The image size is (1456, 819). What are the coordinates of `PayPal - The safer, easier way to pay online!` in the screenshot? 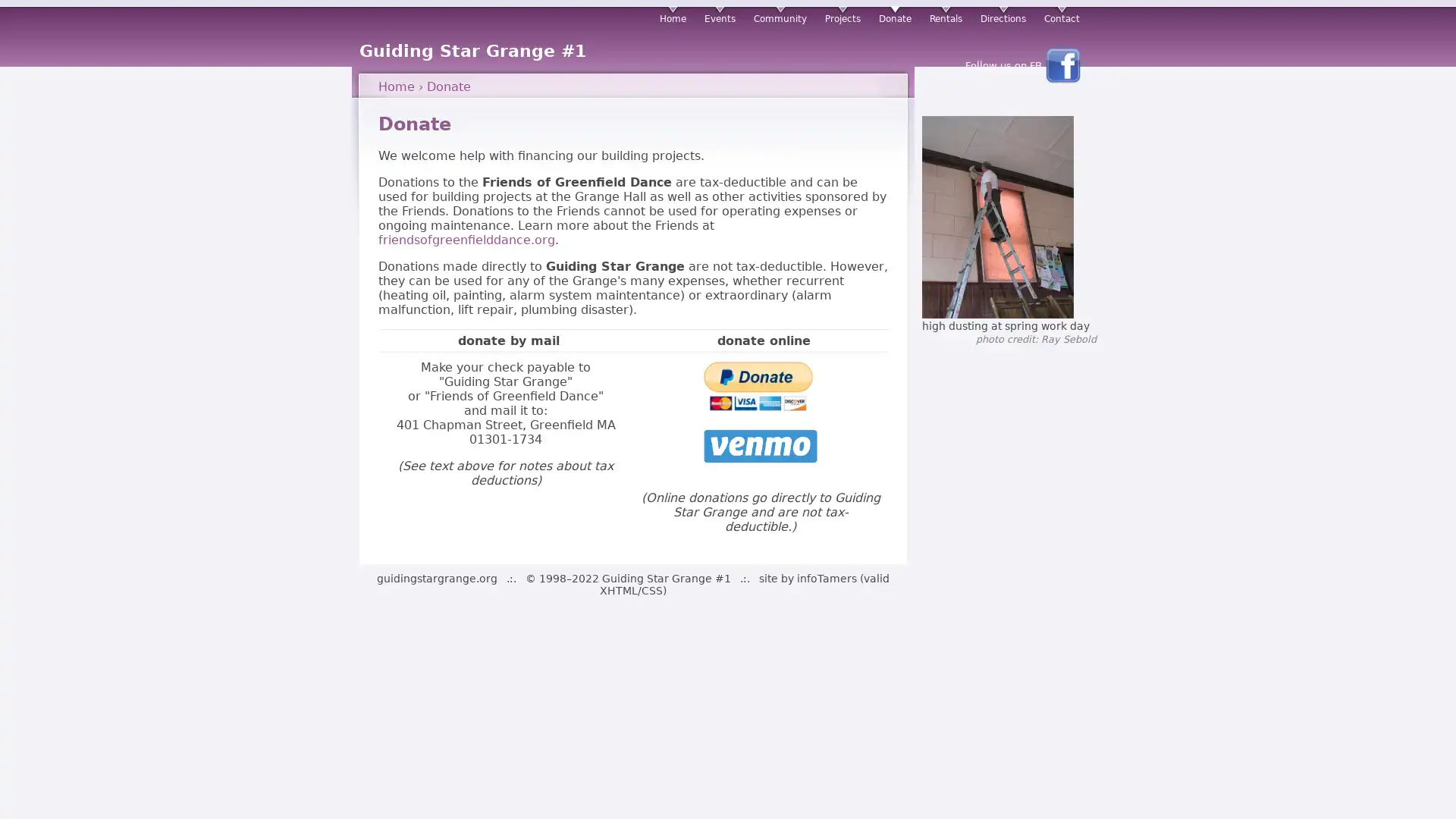 It's located at (758, 385).